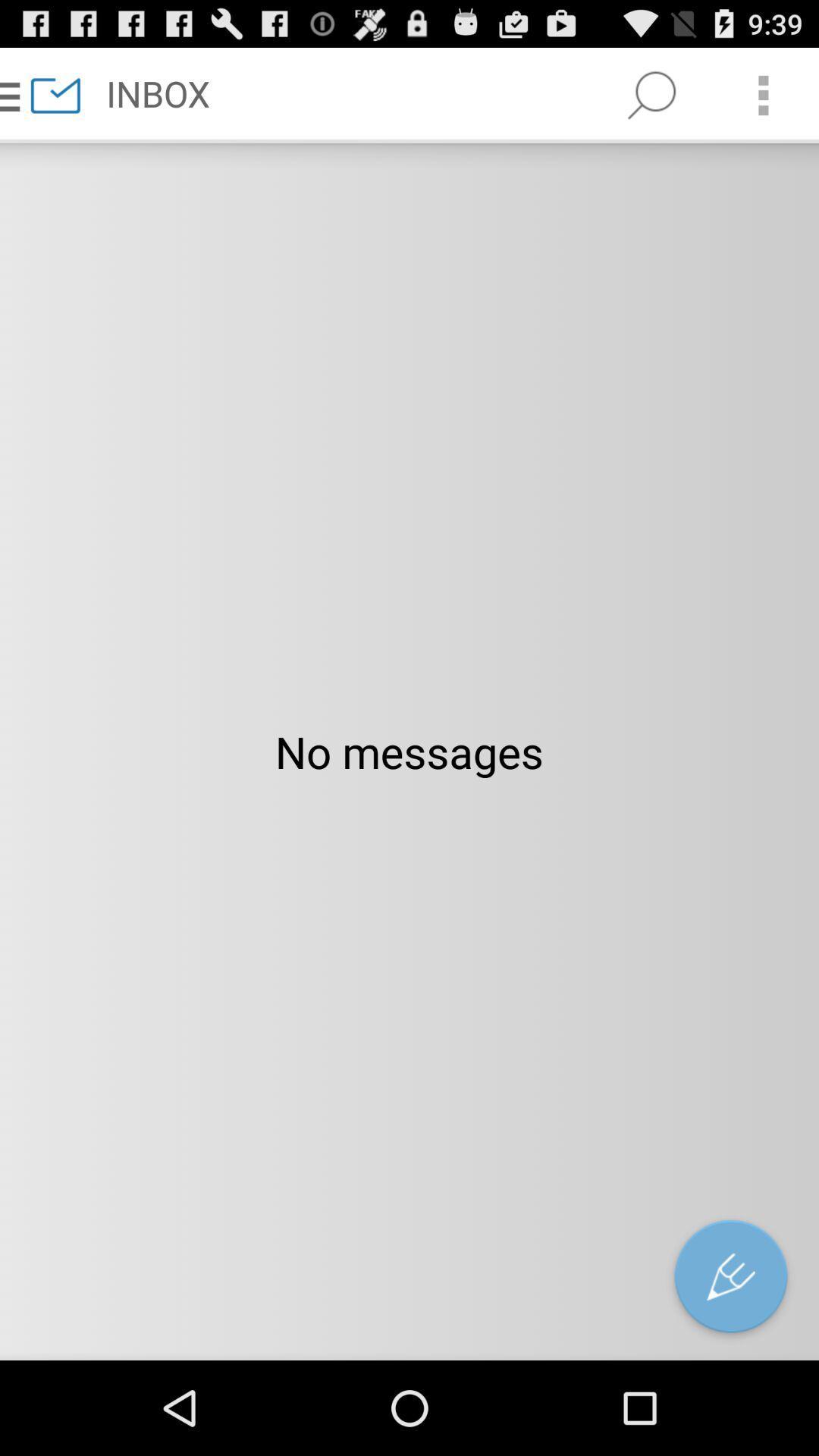 Image resolution: width=819 pixels, height=1456 pixels. I want to click on the app above no messages app, so click(651, 94).